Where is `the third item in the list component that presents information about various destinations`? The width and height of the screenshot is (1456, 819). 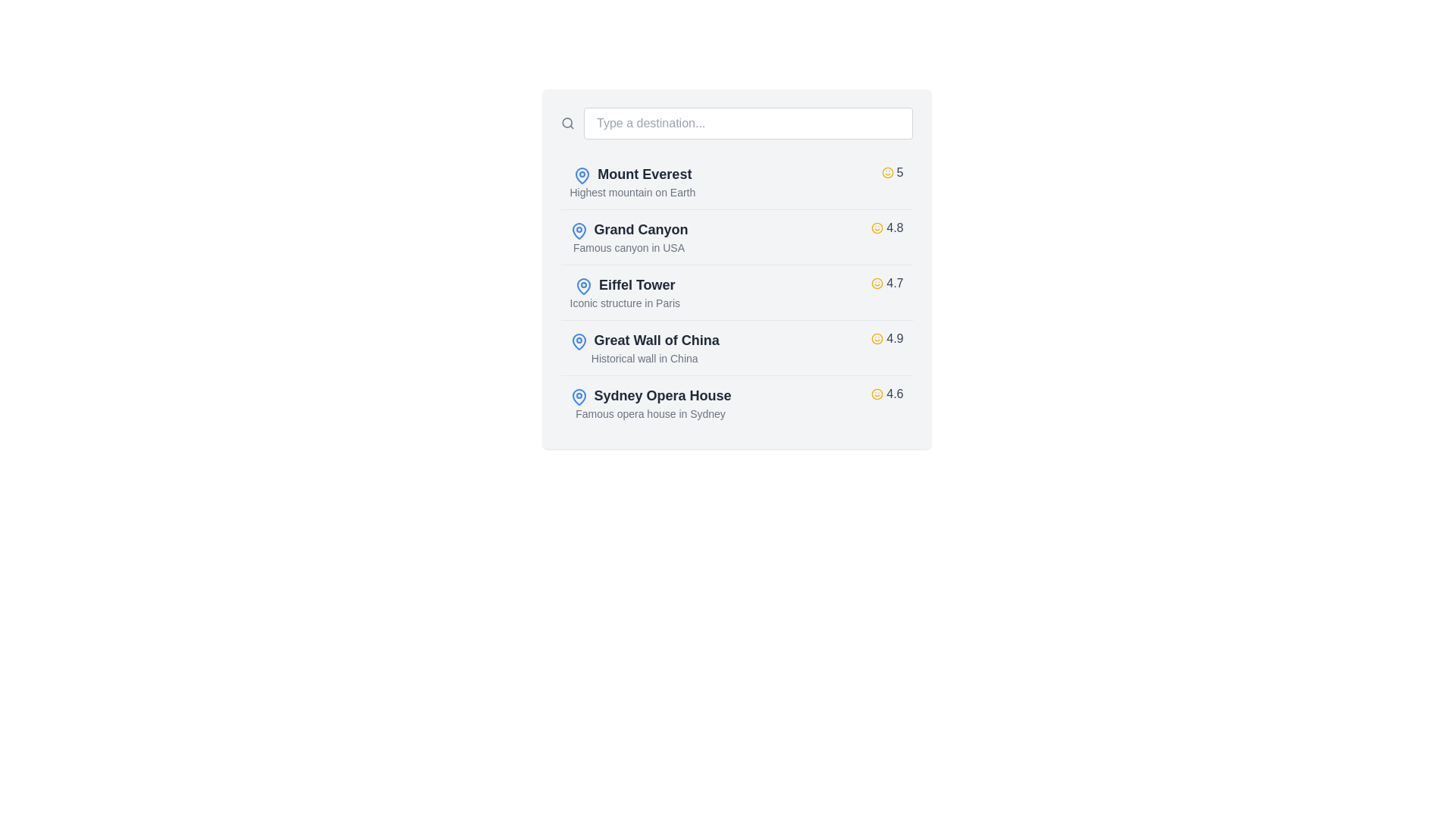 the third item in the list component that presents information about various destinations is located at coordinates (736, 268).